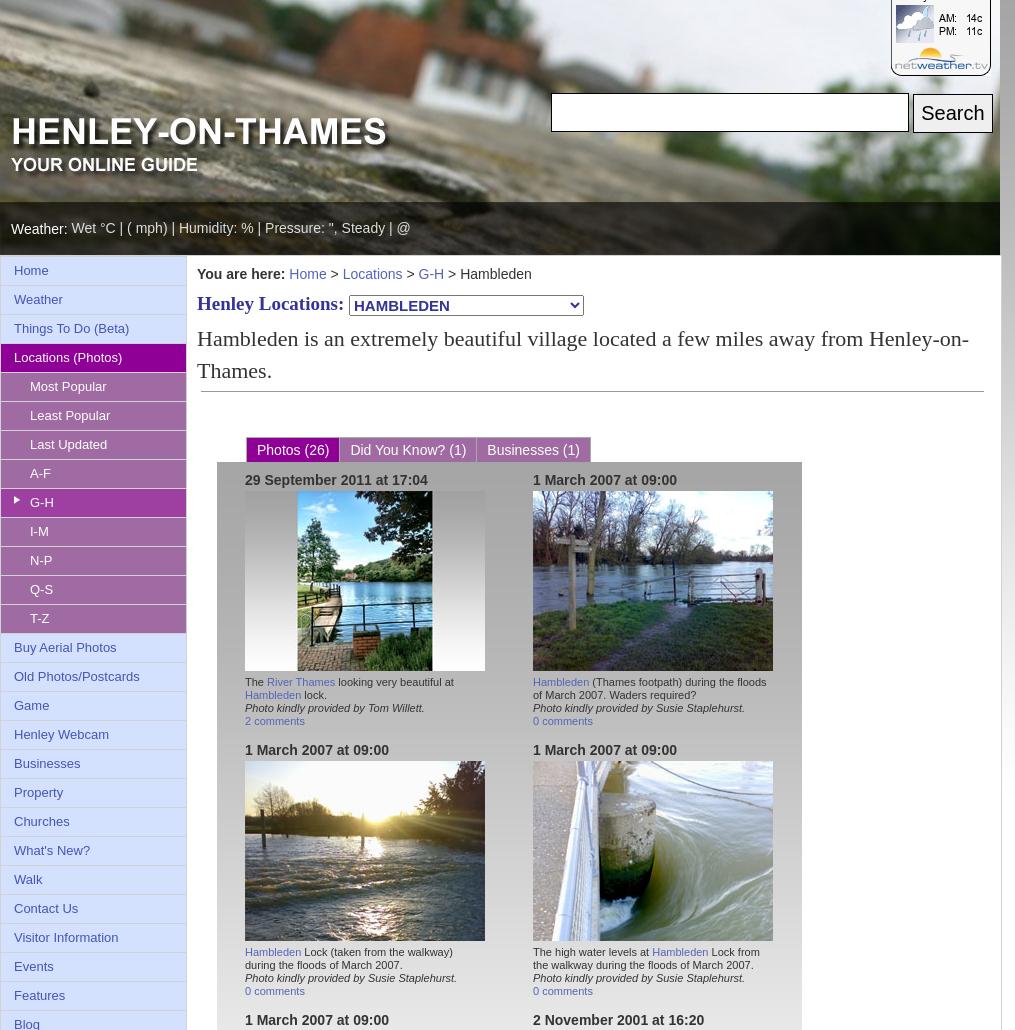 Image resolution: width=1015 pixels, height=1030 pixels. Describe the element at coordinates (340, 272) in the screenshot. I see `'Locations'` at that location.